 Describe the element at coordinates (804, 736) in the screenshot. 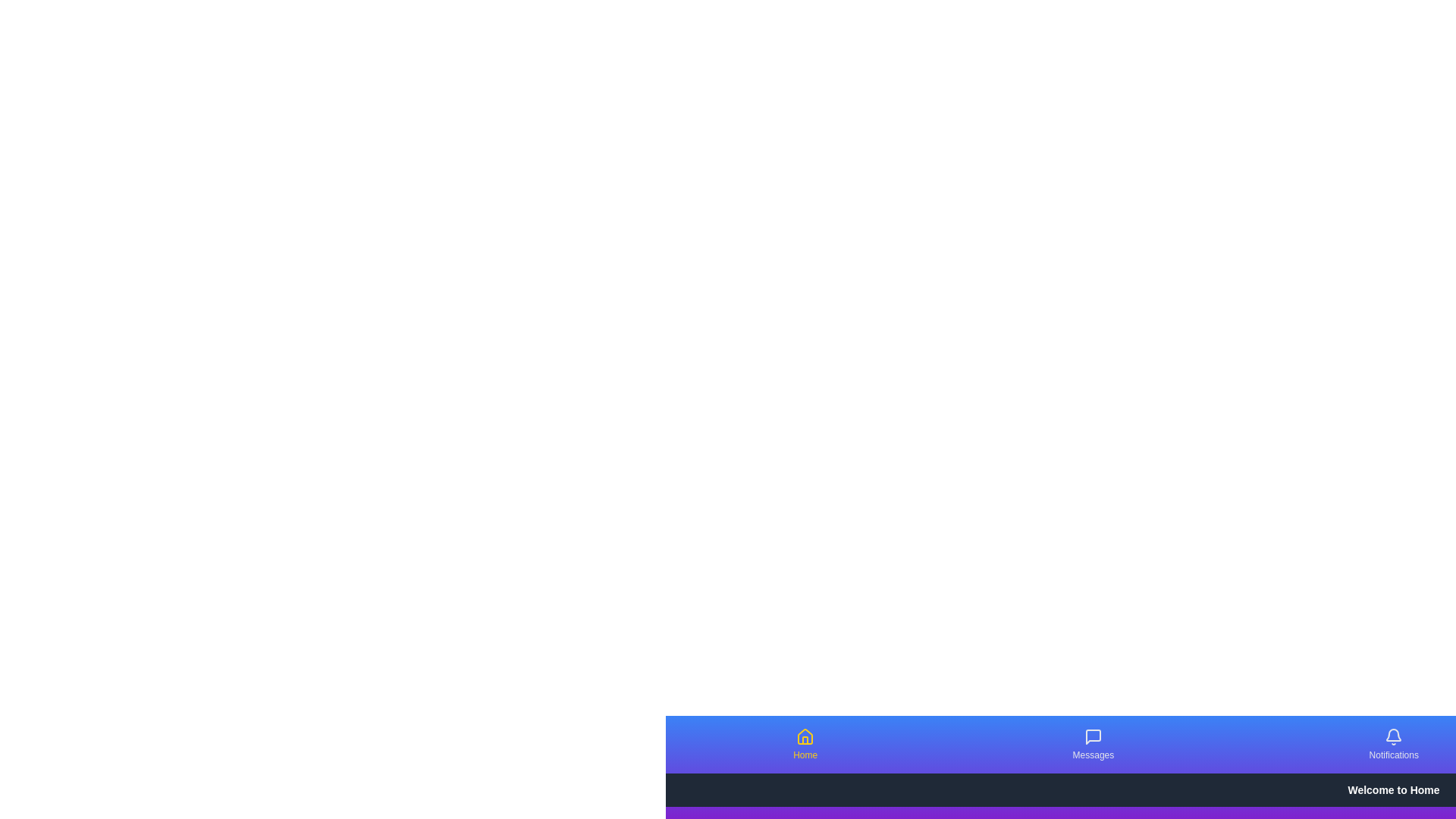

I see `the tab icon labeled Home` at that location.